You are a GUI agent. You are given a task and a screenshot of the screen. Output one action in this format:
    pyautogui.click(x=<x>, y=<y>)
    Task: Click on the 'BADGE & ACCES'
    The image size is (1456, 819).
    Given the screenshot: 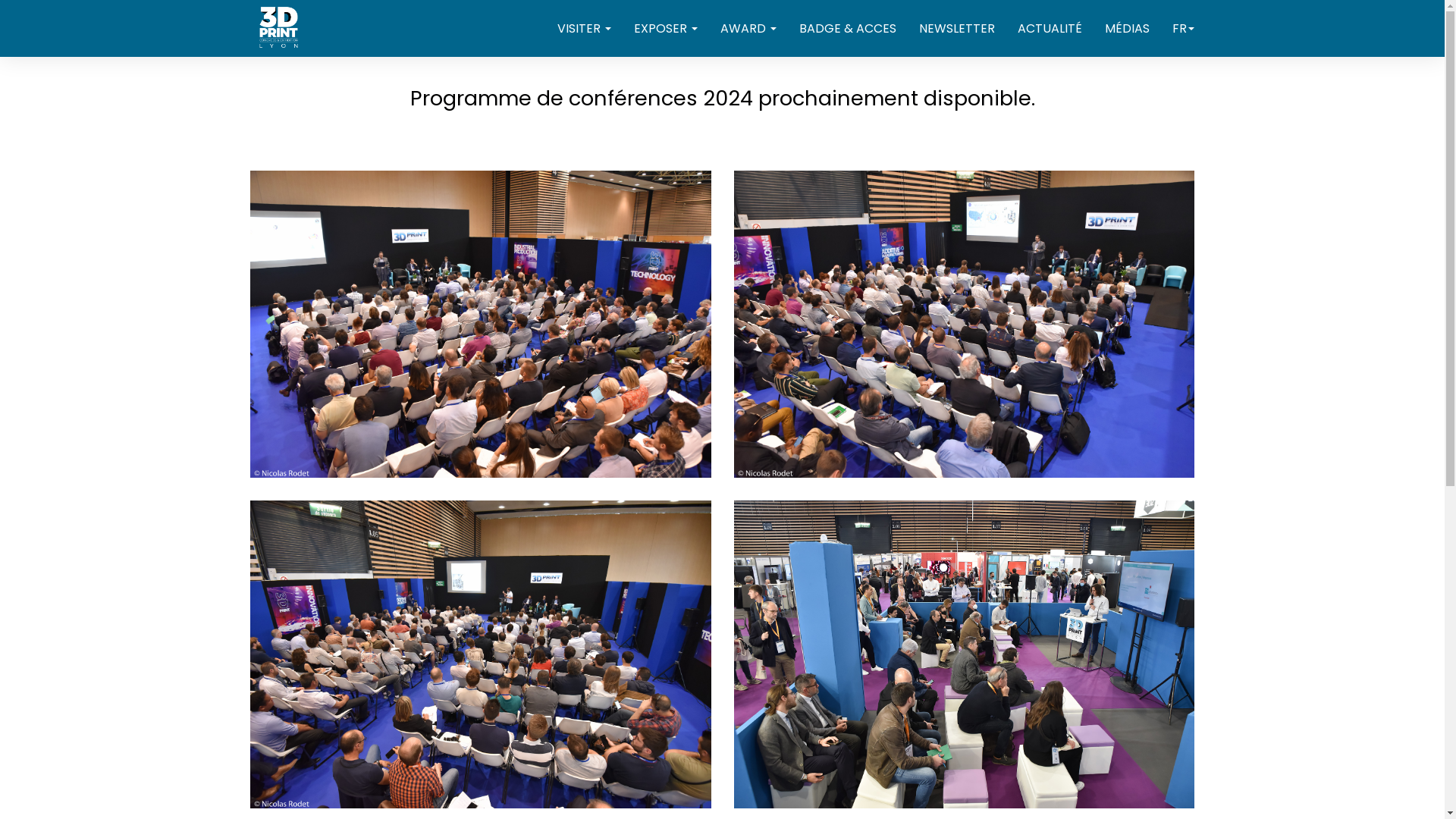 What is the action you would take?
    pyautogui.click(x=847, y=29)
    